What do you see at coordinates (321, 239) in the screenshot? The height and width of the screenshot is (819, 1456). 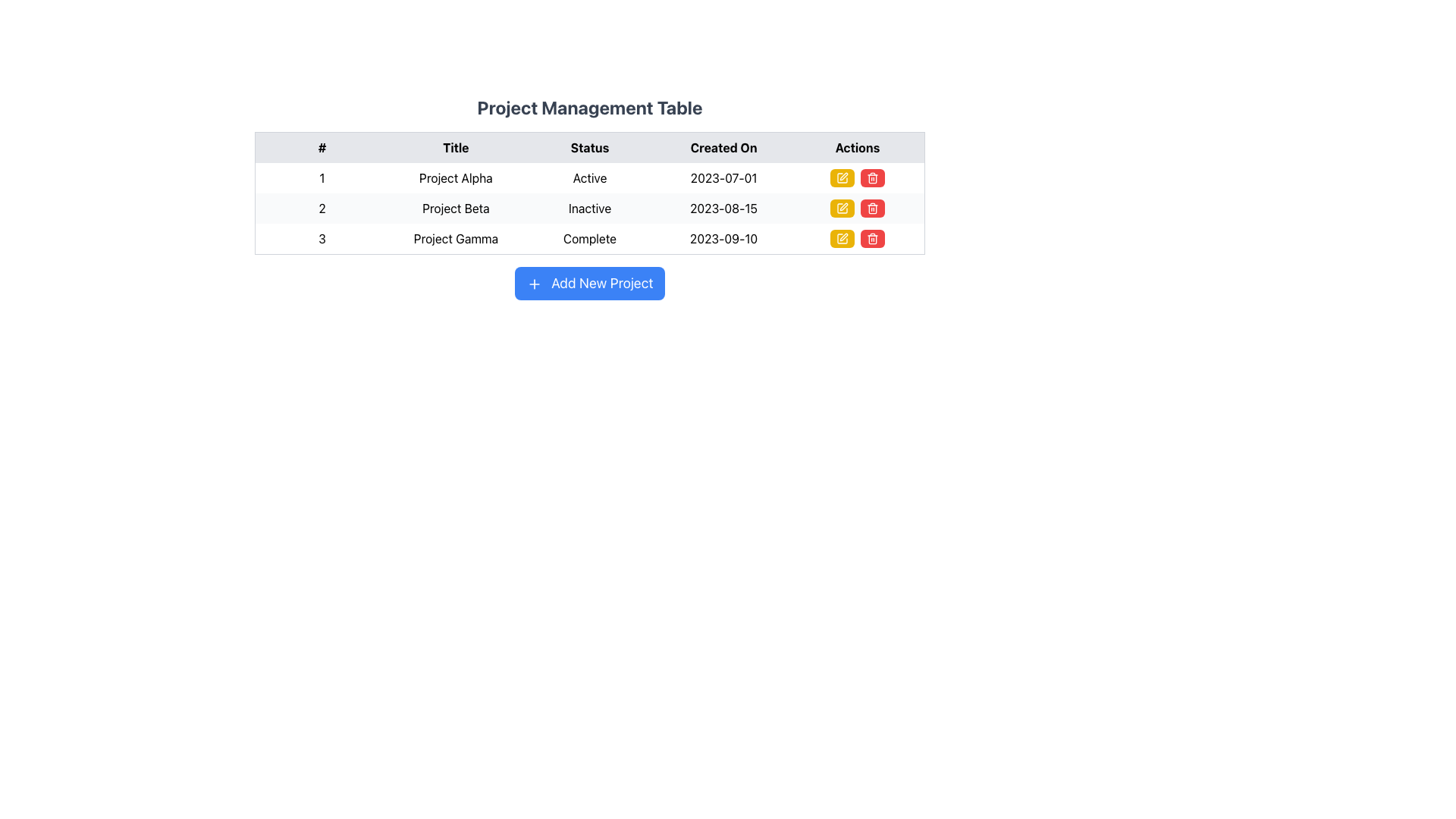 I see `the Text Label displaying the row number in the first column of the last row of the project management table, located directly above the 'Add New Project' button` at bounding box center [321, 239].